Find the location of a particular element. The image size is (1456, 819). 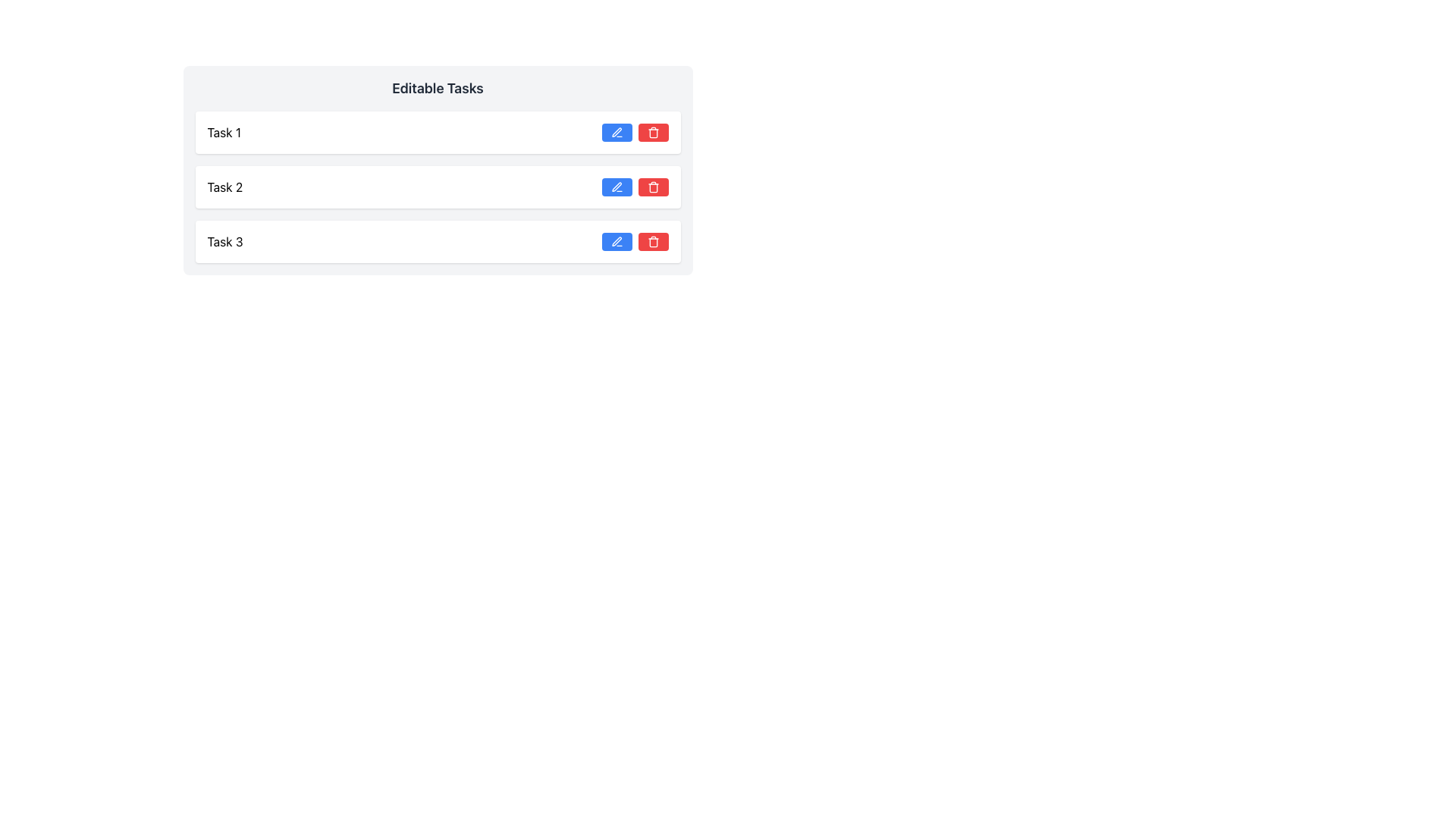

the trash bin icon button in the control group for 'Task 2' is located at coordinates (653, 186).